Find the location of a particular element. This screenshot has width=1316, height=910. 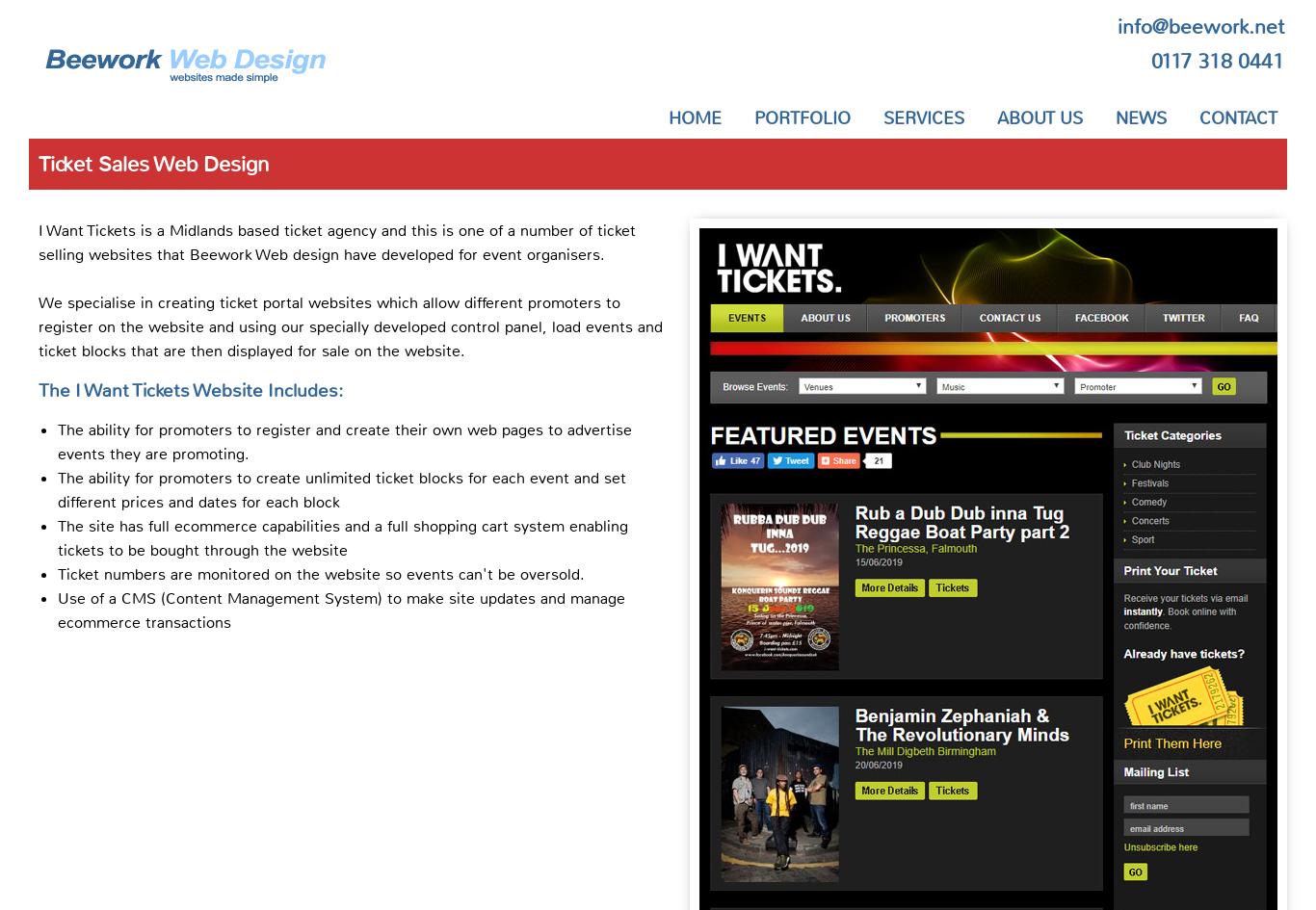

'Ticket Sales Web Design' is located at coordinates (152, 164).